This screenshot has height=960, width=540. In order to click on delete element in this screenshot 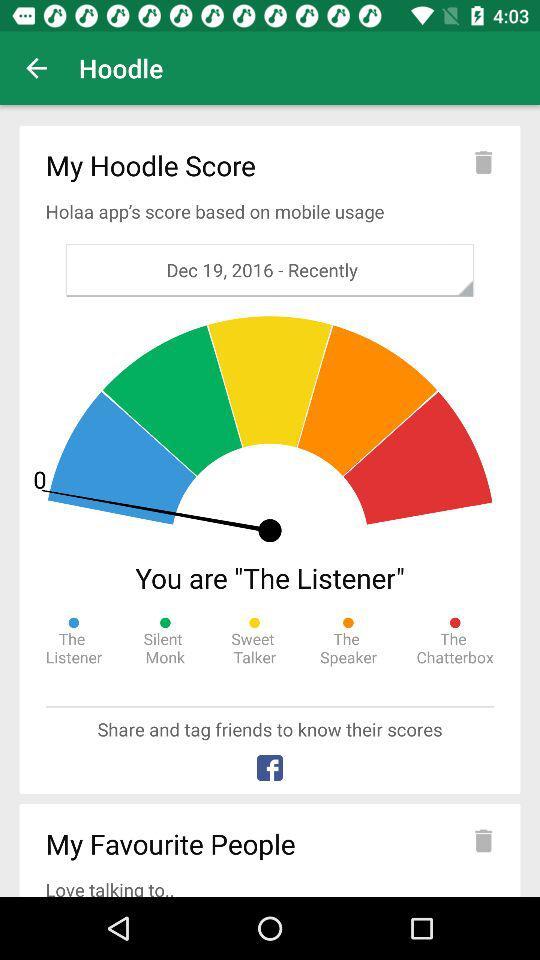, I will do `click(482, 840)`.